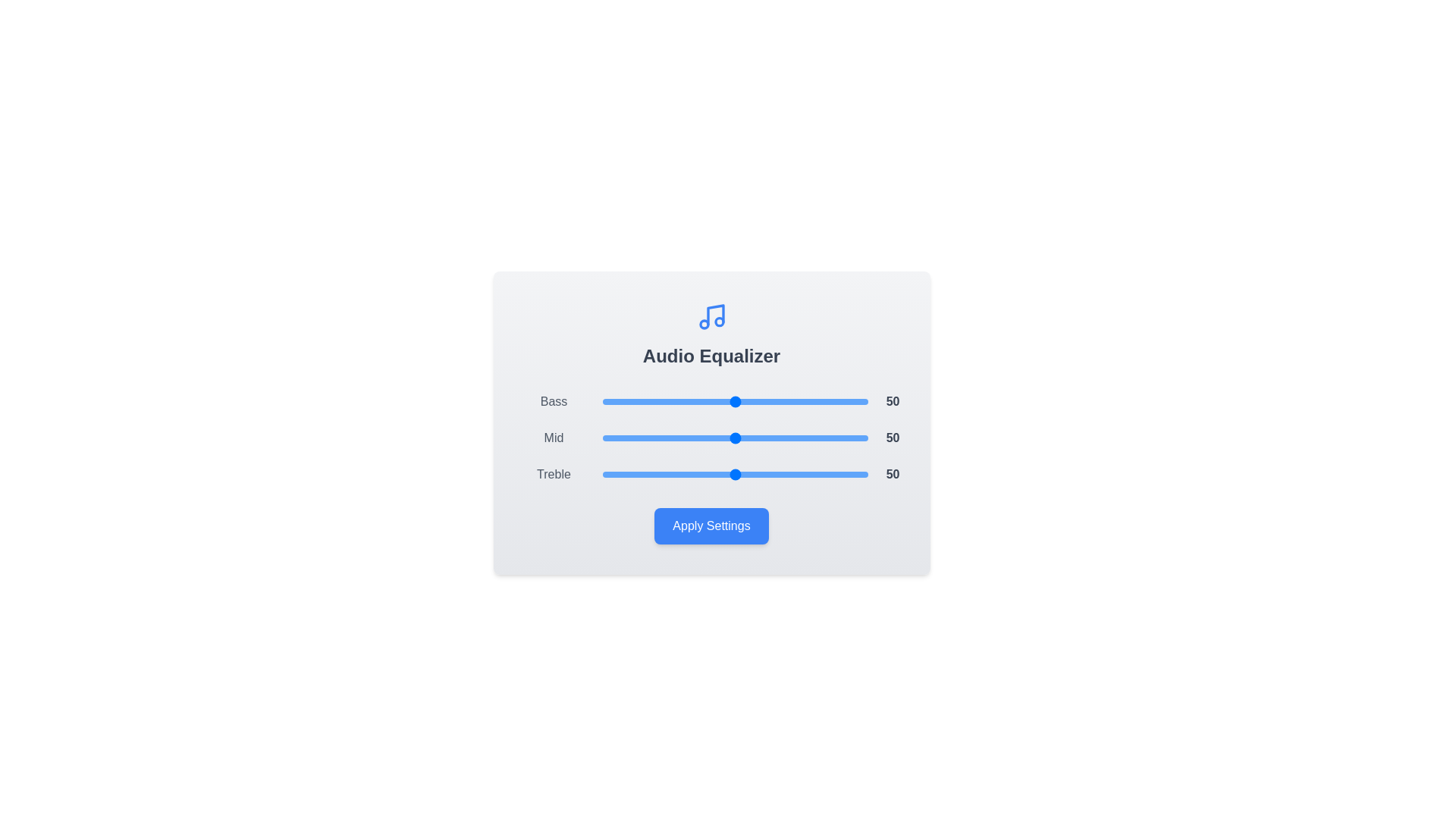 The image size is (1456, 819). What do you see at coordinates (629, 438) in the screenshot?
I see `the 'Mid' slider to 10` at bounding box center [629, 438].